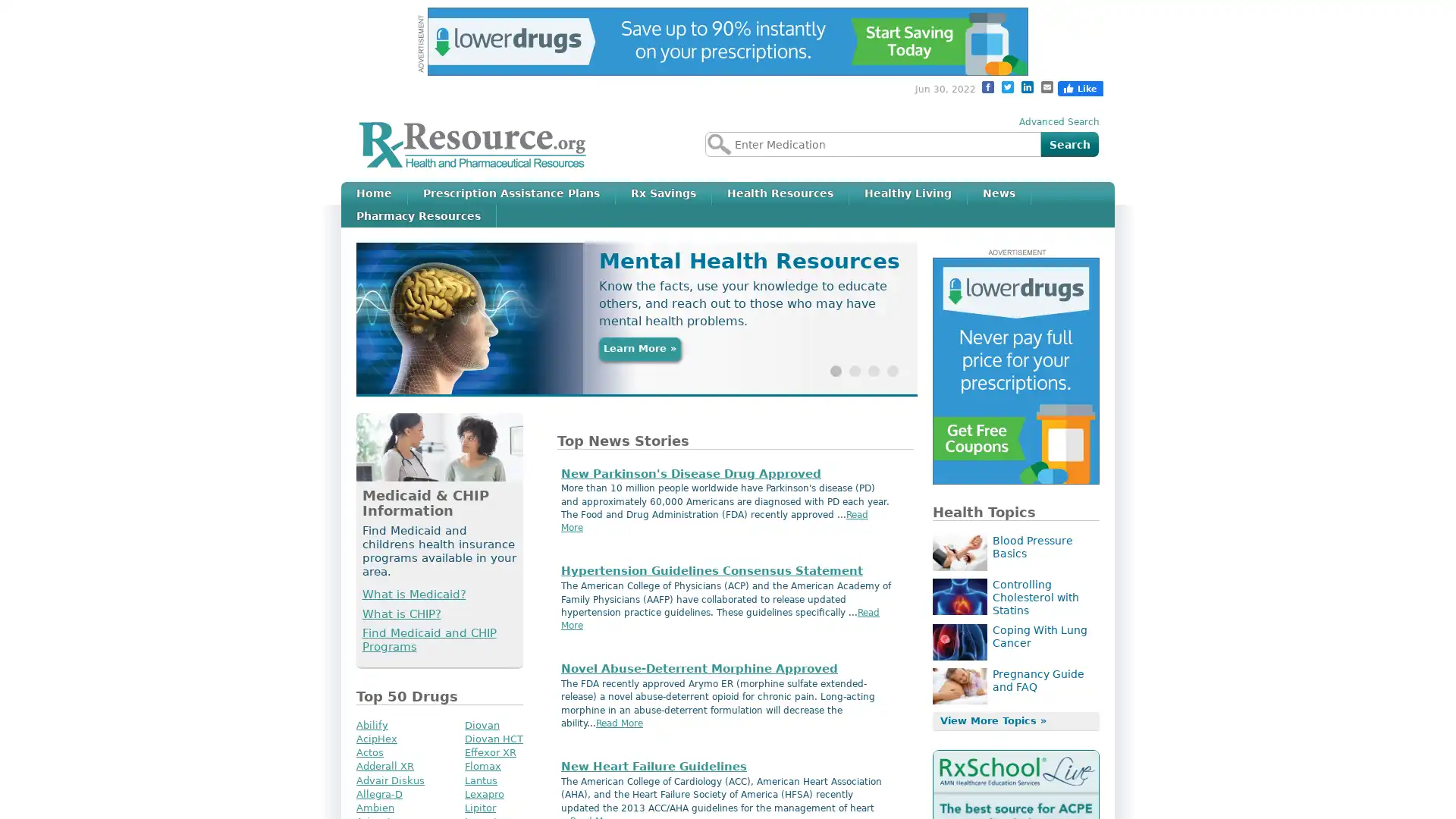 Image resolution: width=1456 pixels, height=819 pixels. I want to click on Search, so click(1069, 144).